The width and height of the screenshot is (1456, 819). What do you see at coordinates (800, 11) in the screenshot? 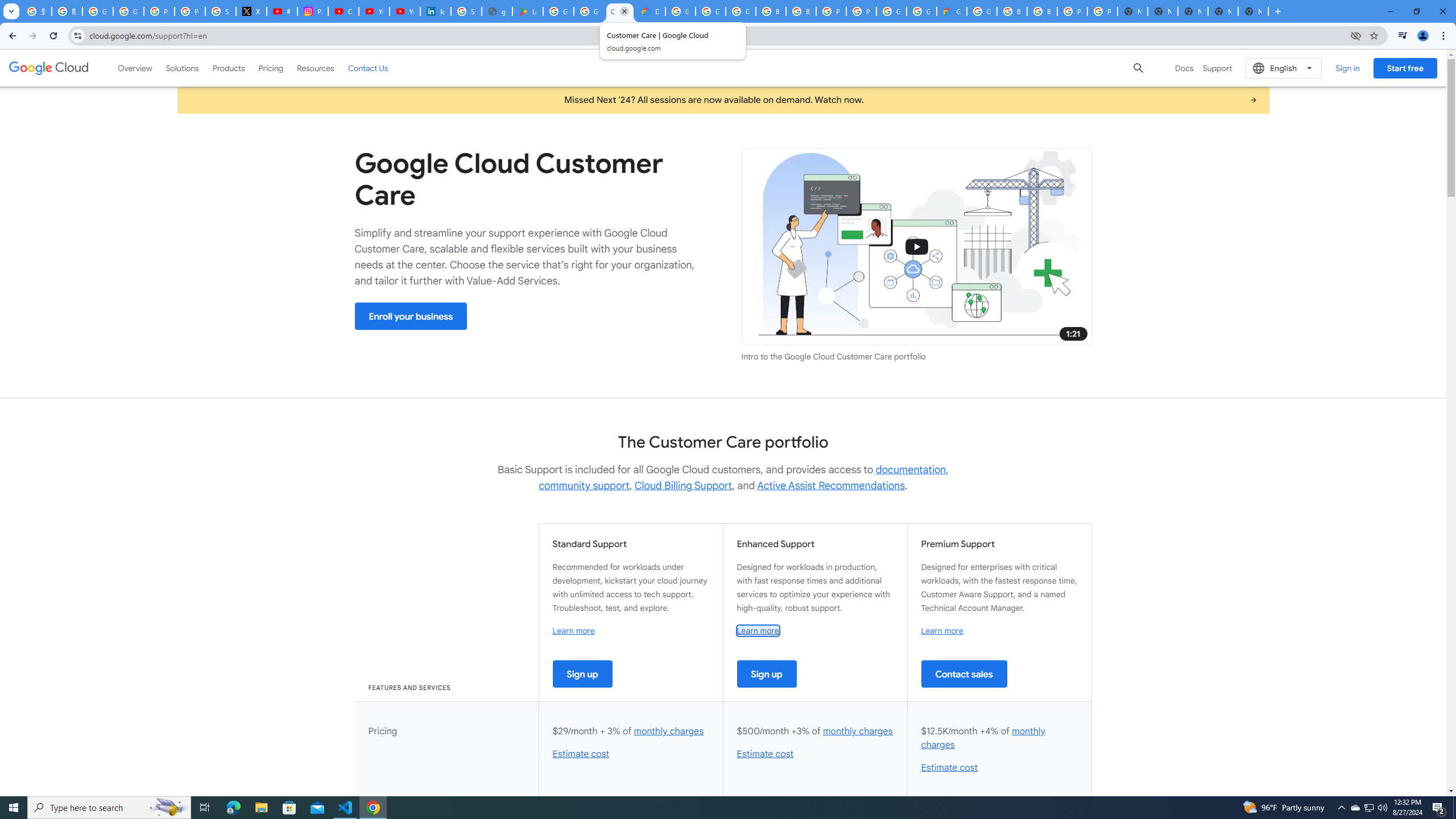
I see `'Browse Chrome as a guest - Computer - Google Chrome Help'` at bounding box center [800, 11].